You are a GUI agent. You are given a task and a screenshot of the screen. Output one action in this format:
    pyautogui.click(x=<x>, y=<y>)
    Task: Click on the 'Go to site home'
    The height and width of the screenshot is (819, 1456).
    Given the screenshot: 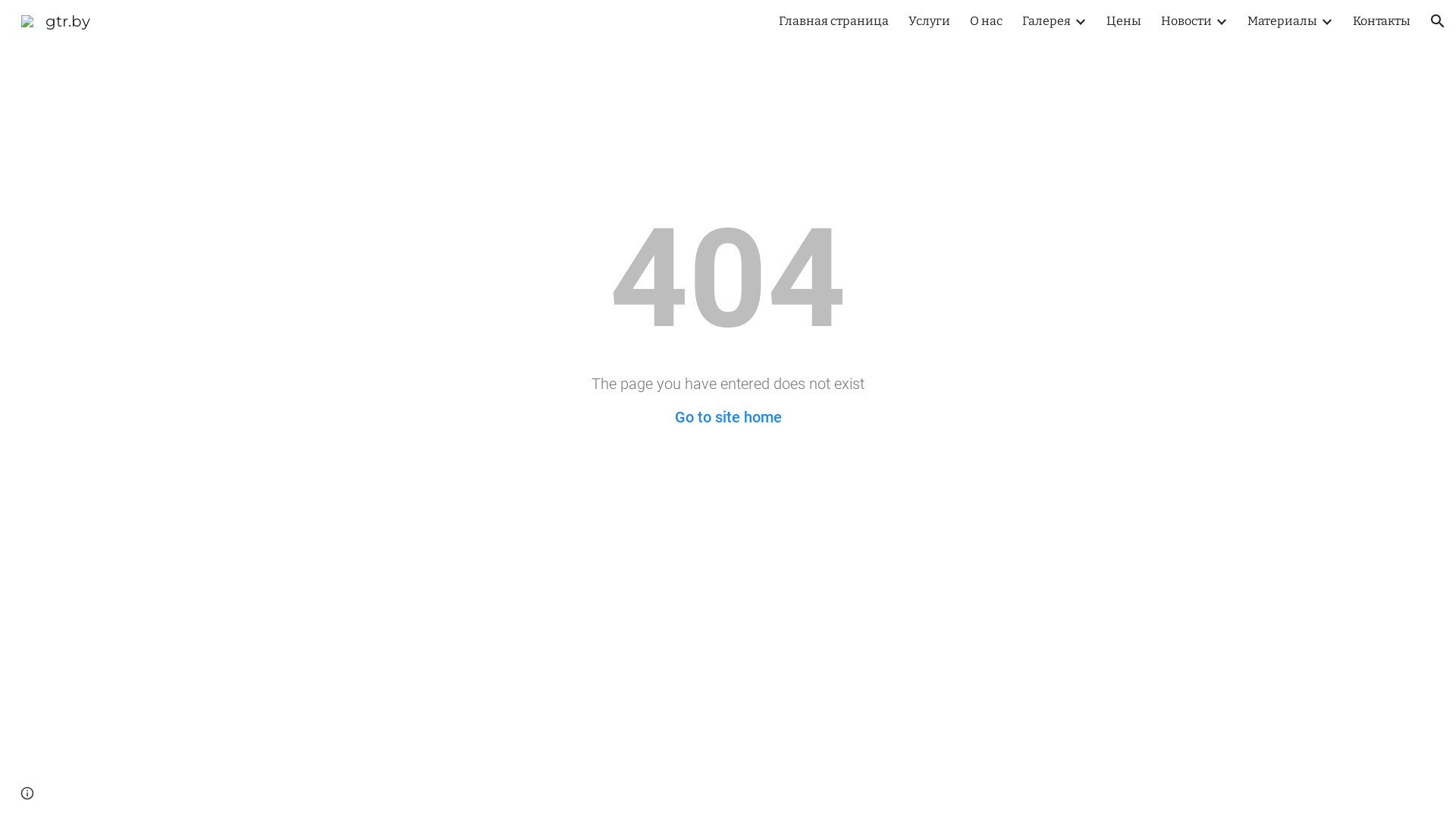 What is the action you would take?
    pyautogui.click(x=673, y=417)
    